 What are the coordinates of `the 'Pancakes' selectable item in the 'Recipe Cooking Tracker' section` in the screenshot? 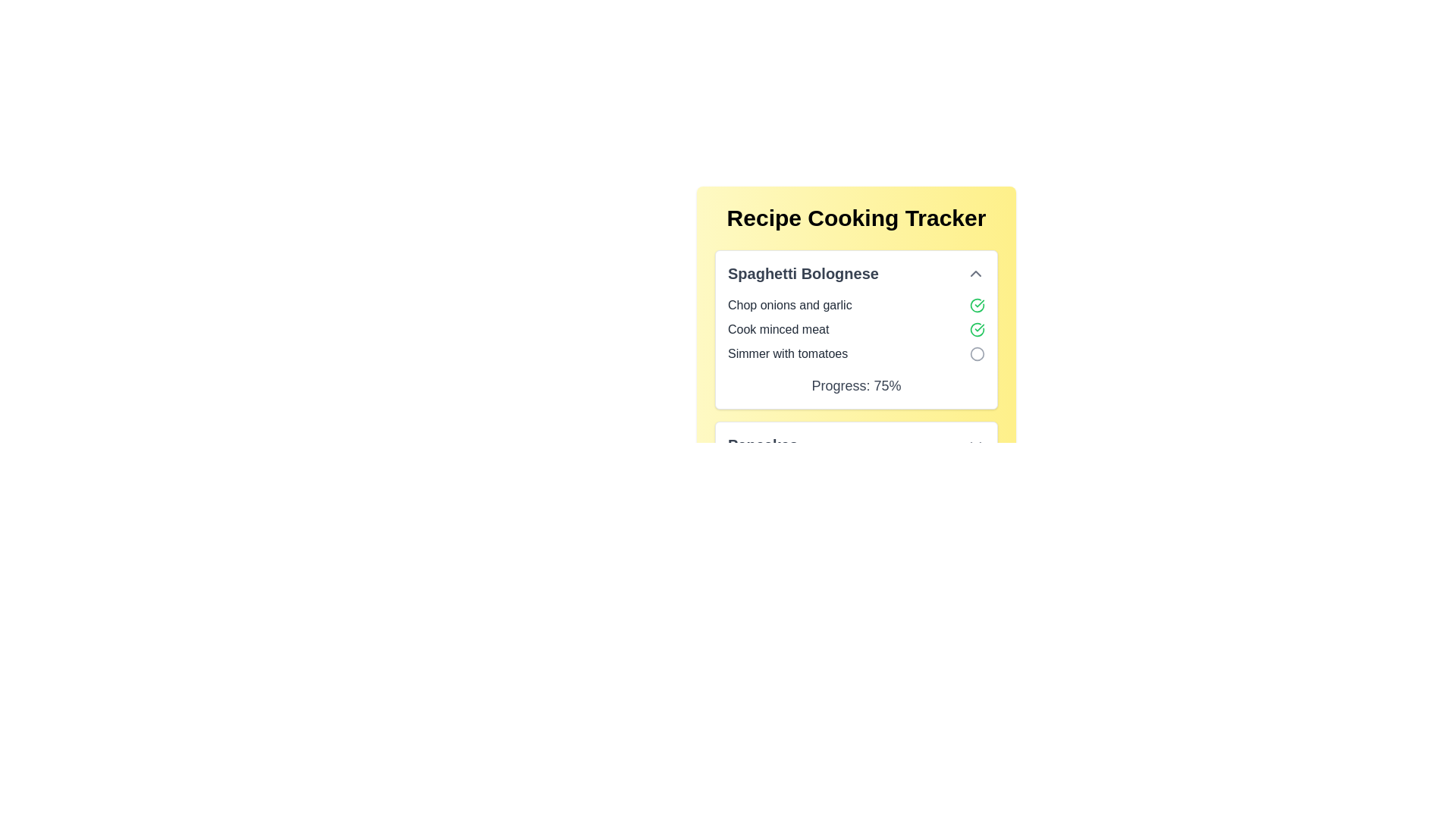 It's located at (856, 444).